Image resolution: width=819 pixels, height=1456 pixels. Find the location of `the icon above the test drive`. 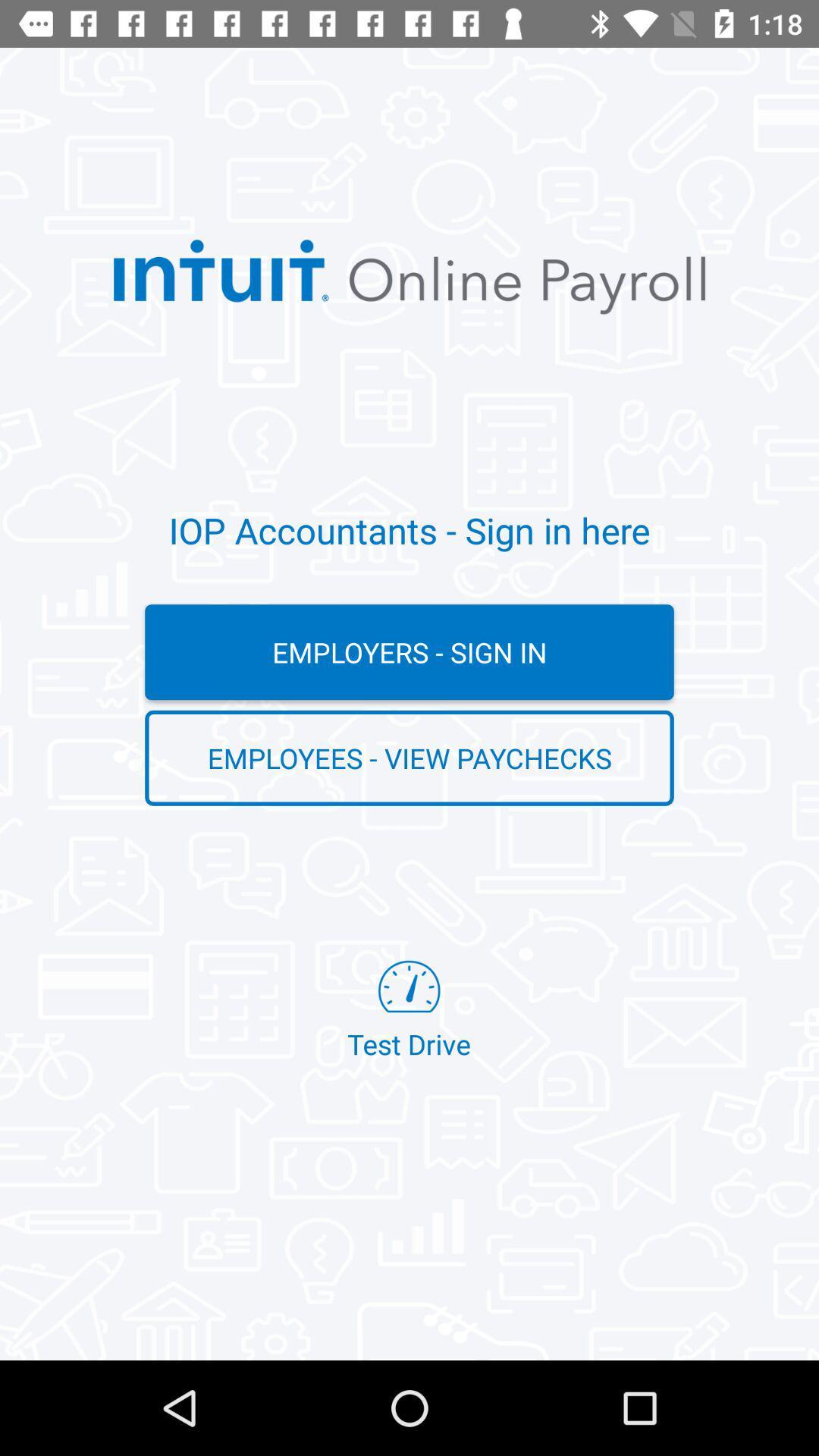

the icon above the test drive is located at coordinates (409, 758).